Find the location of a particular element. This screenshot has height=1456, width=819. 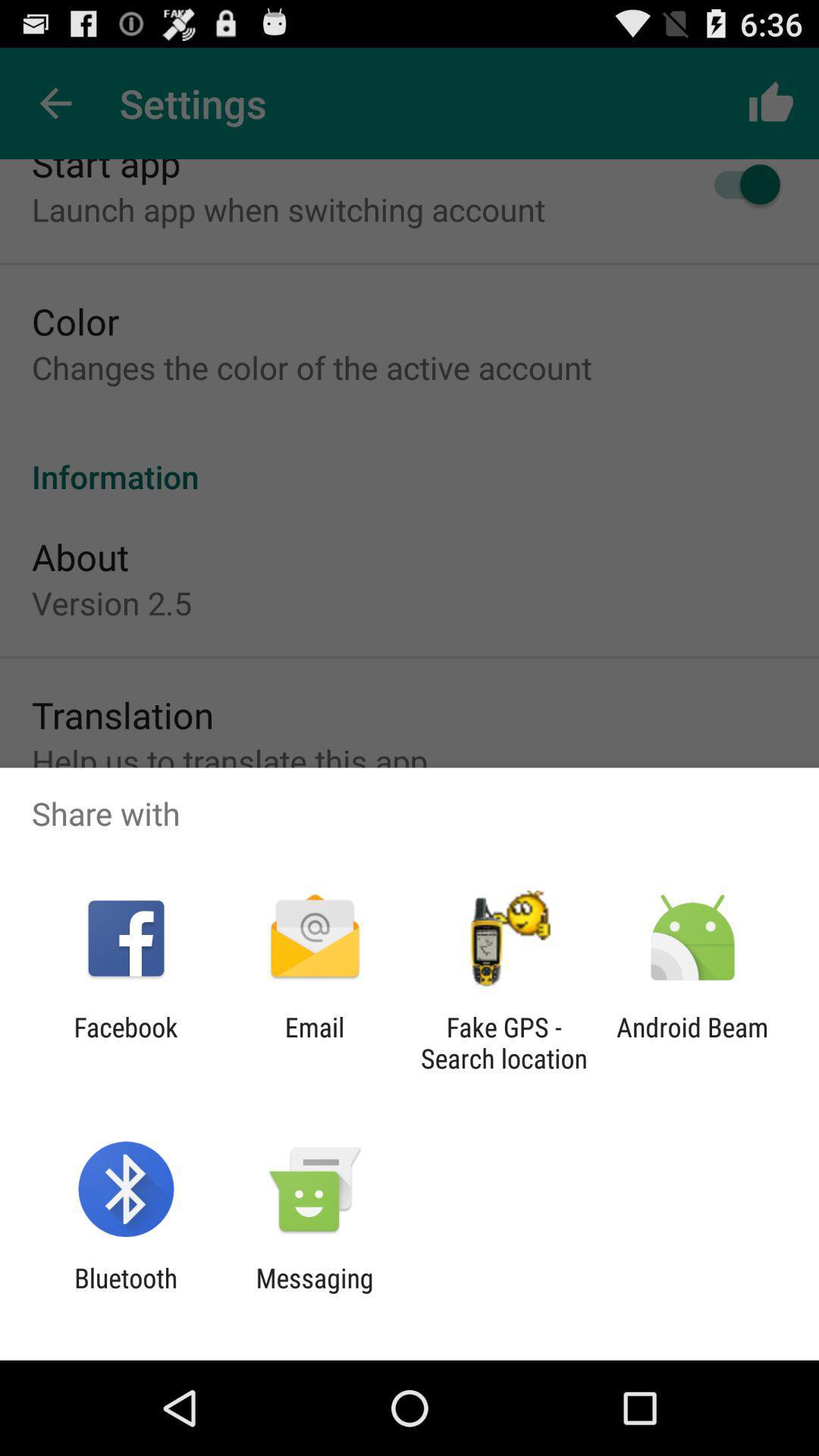

item to the right of fake gps search icon is located at coordinates (692, 1042).